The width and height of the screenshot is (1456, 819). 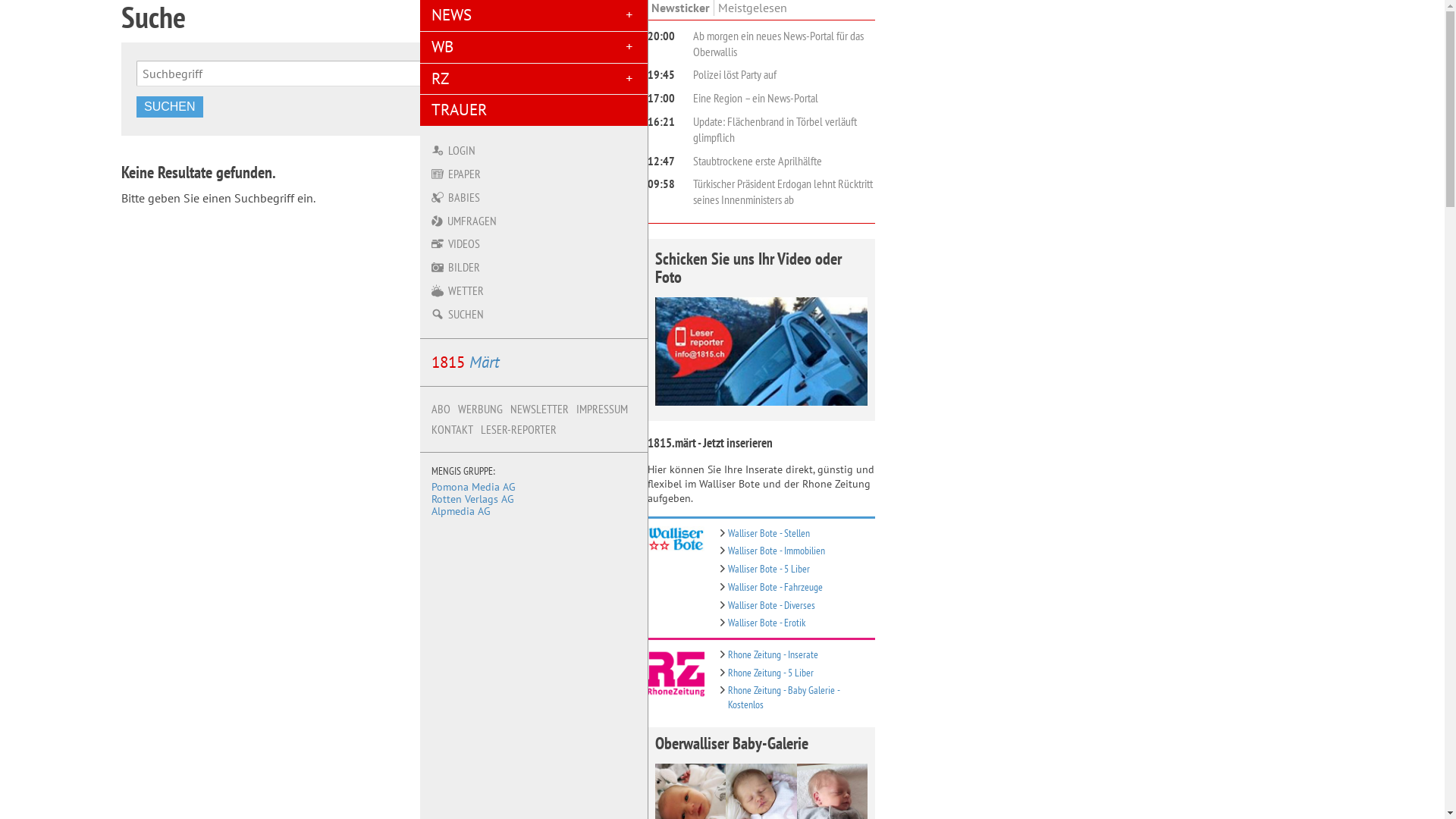 I want to click on 'NEWSLETTER', so click(x=539, y=408).